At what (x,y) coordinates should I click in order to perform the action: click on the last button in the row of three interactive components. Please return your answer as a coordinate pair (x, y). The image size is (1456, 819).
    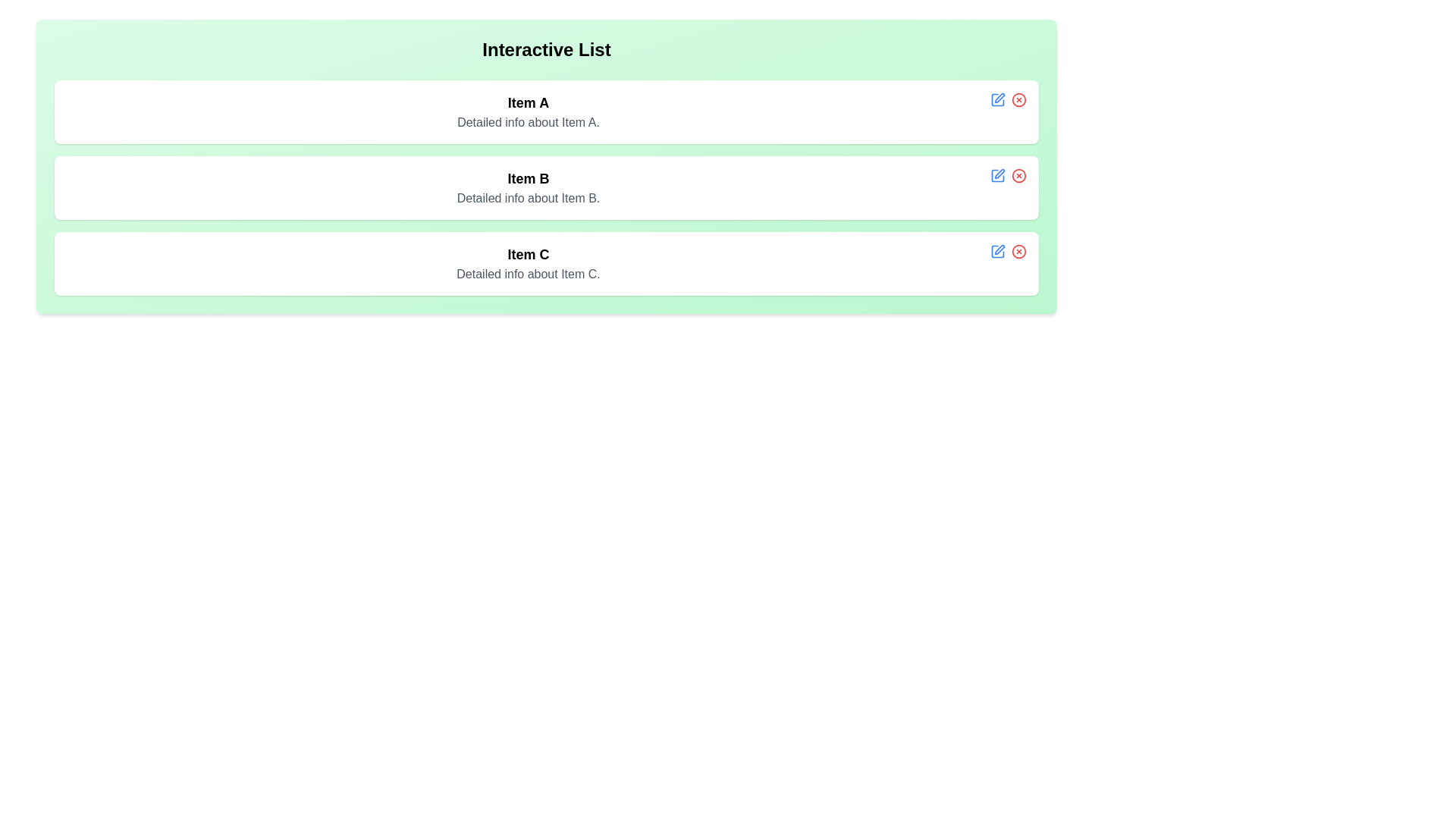
    Looking at the image, I should click on (1019, 250).